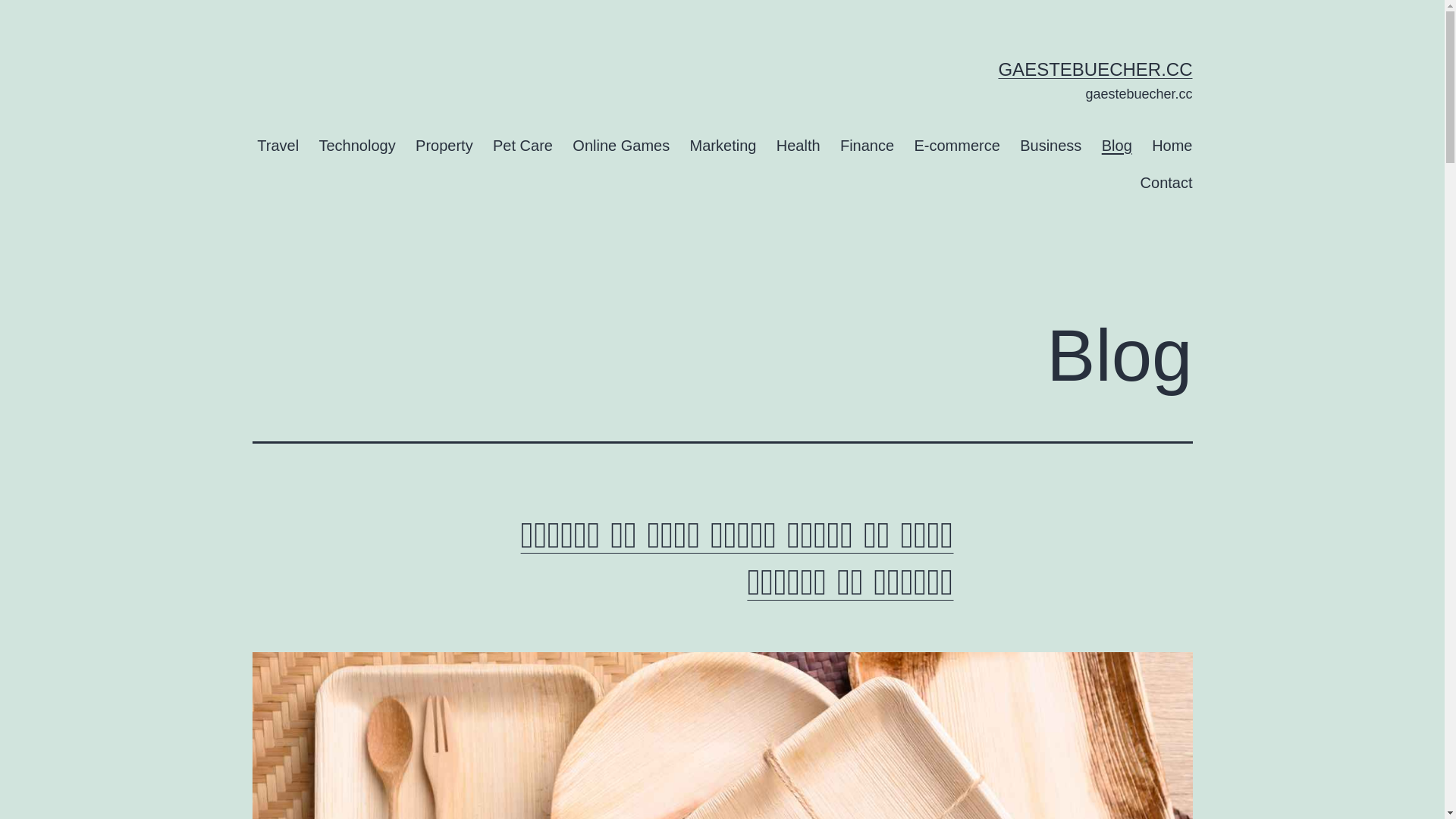  Describe the element at coordinates (797, 145) in the screenshot. I see `'Health'` at that location.